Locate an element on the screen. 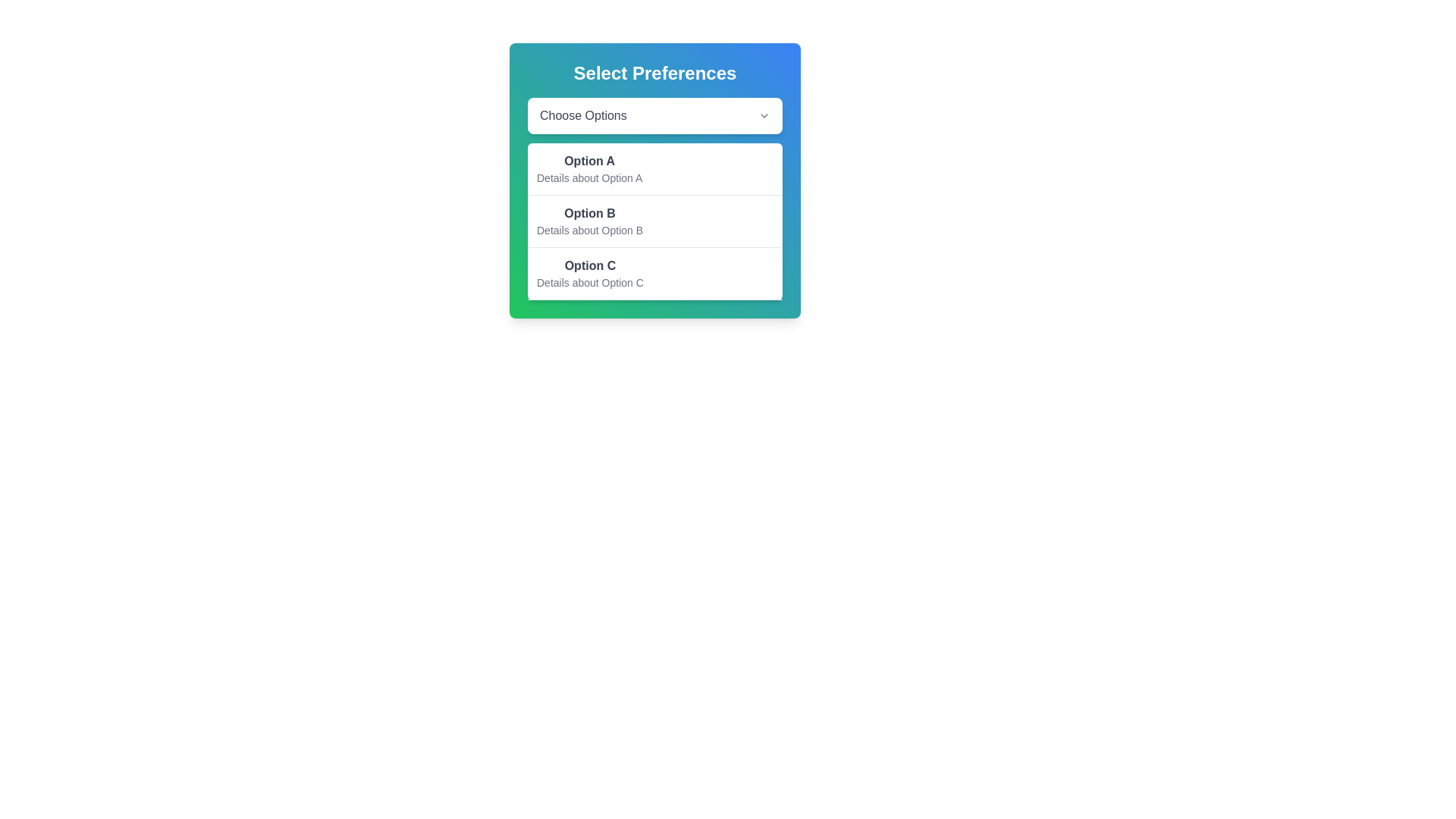 The width and height of the screenshot is (1456, 819). the list item titled 'Option C' in the dropdown menu 'Select Preferences' is located at coordinates (589, 274).